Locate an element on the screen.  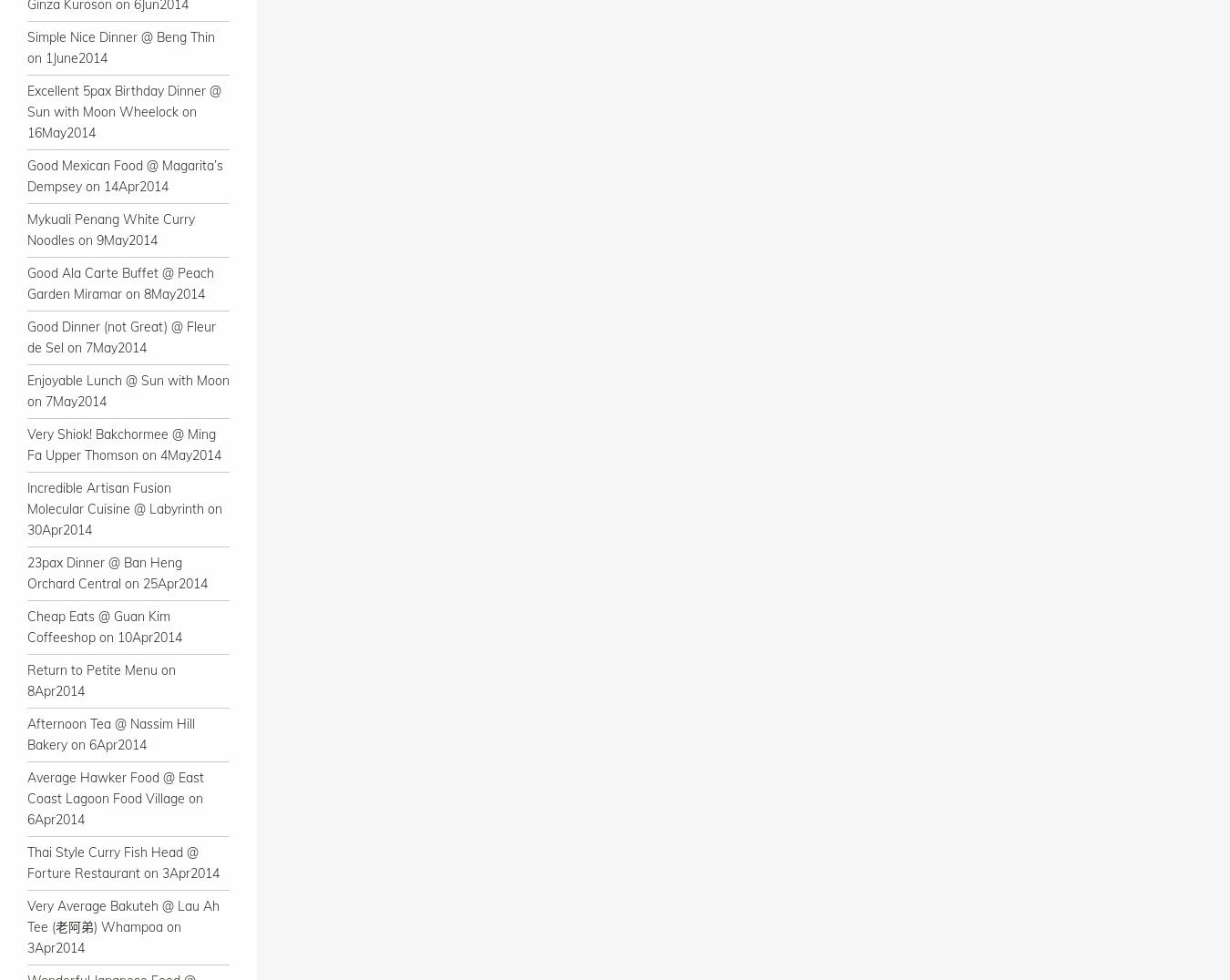
'Incredible Artisan Fusion Molecular Cuisine @ Labyrinth on 30Apr2014' is located at coordinates (125, 507).